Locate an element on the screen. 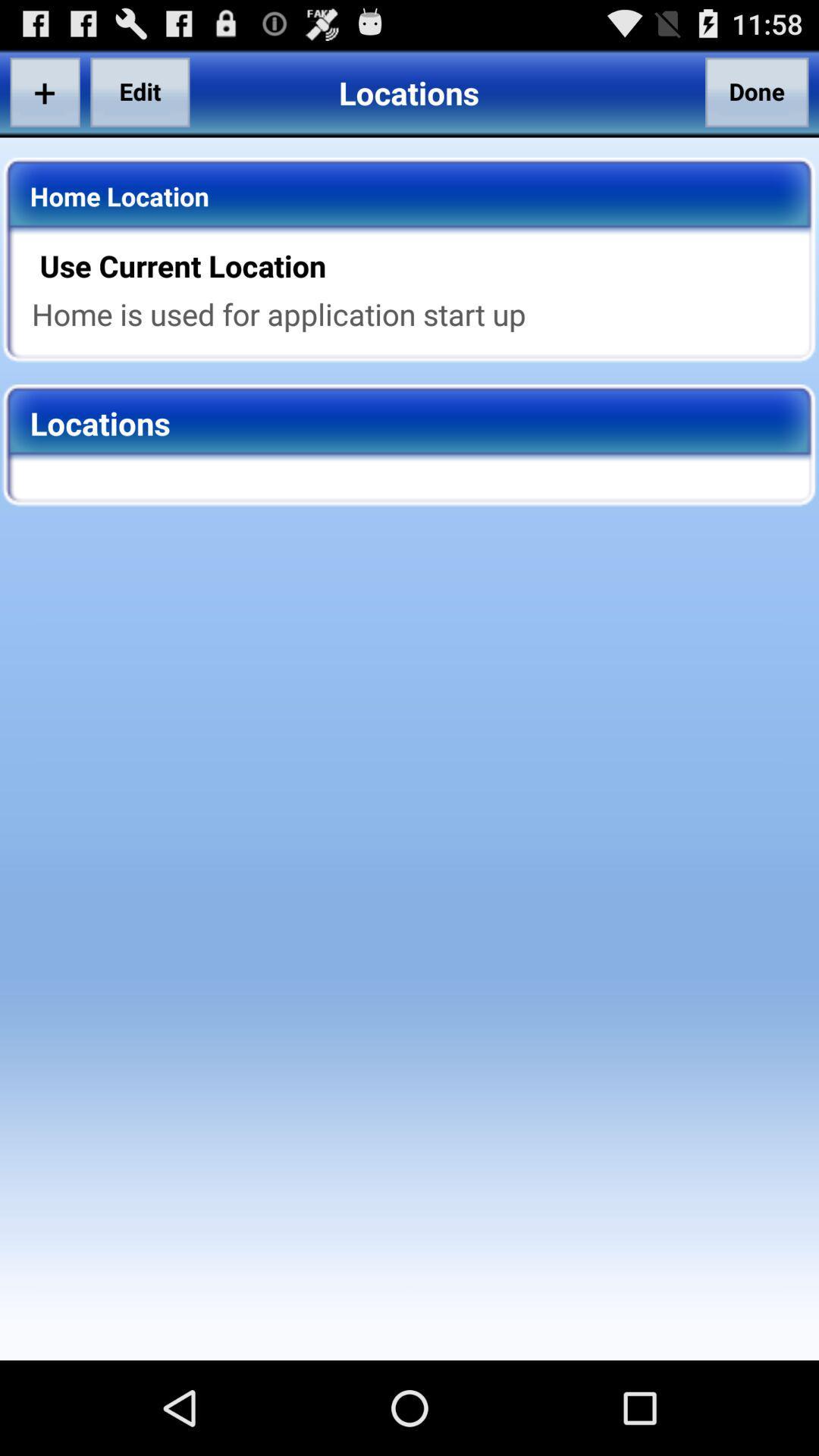 The image size is (819, 1456). item next to the edit item is located at coordinates (44, 91).